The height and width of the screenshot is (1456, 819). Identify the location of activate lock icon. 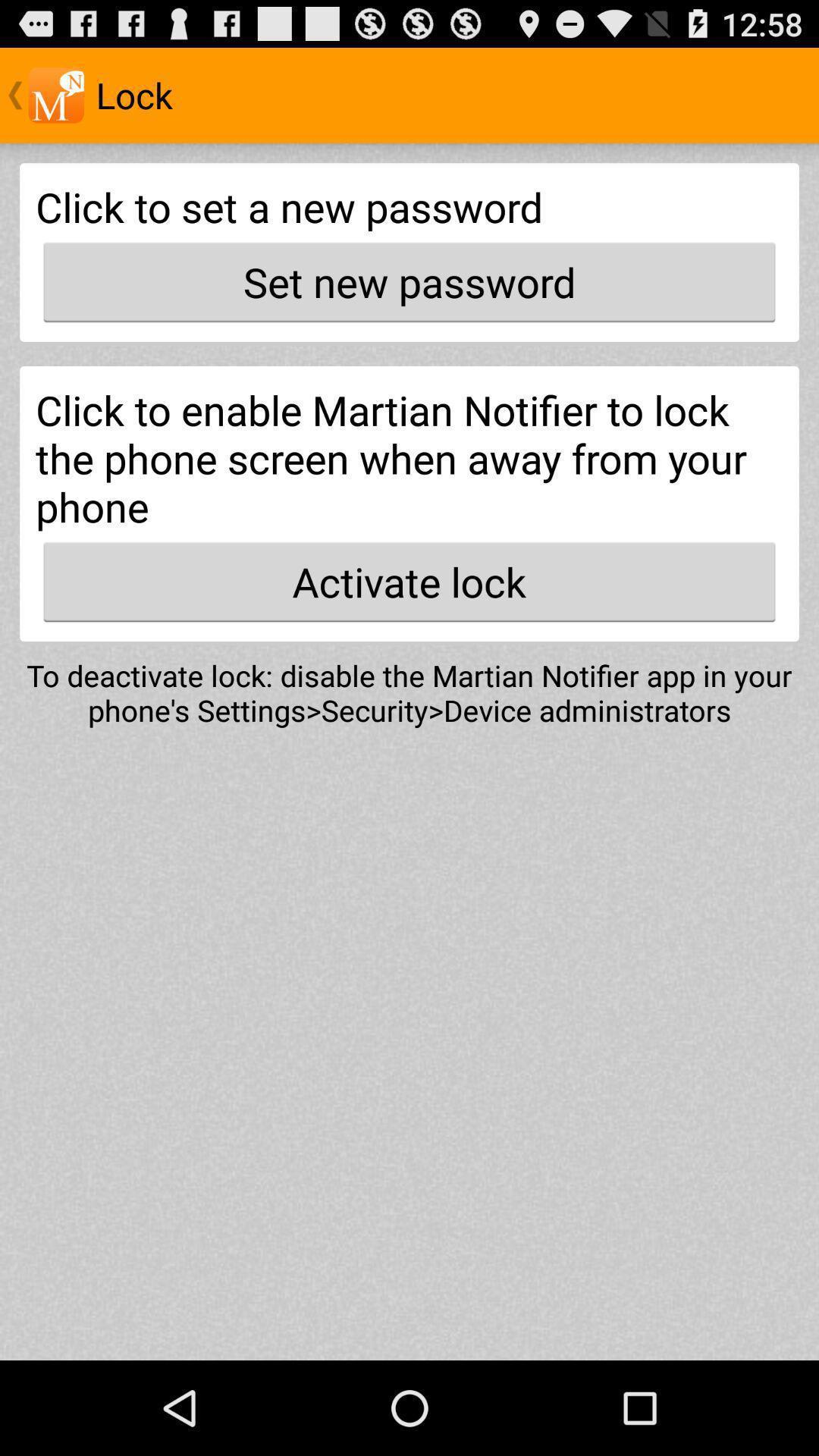
(409, 581).